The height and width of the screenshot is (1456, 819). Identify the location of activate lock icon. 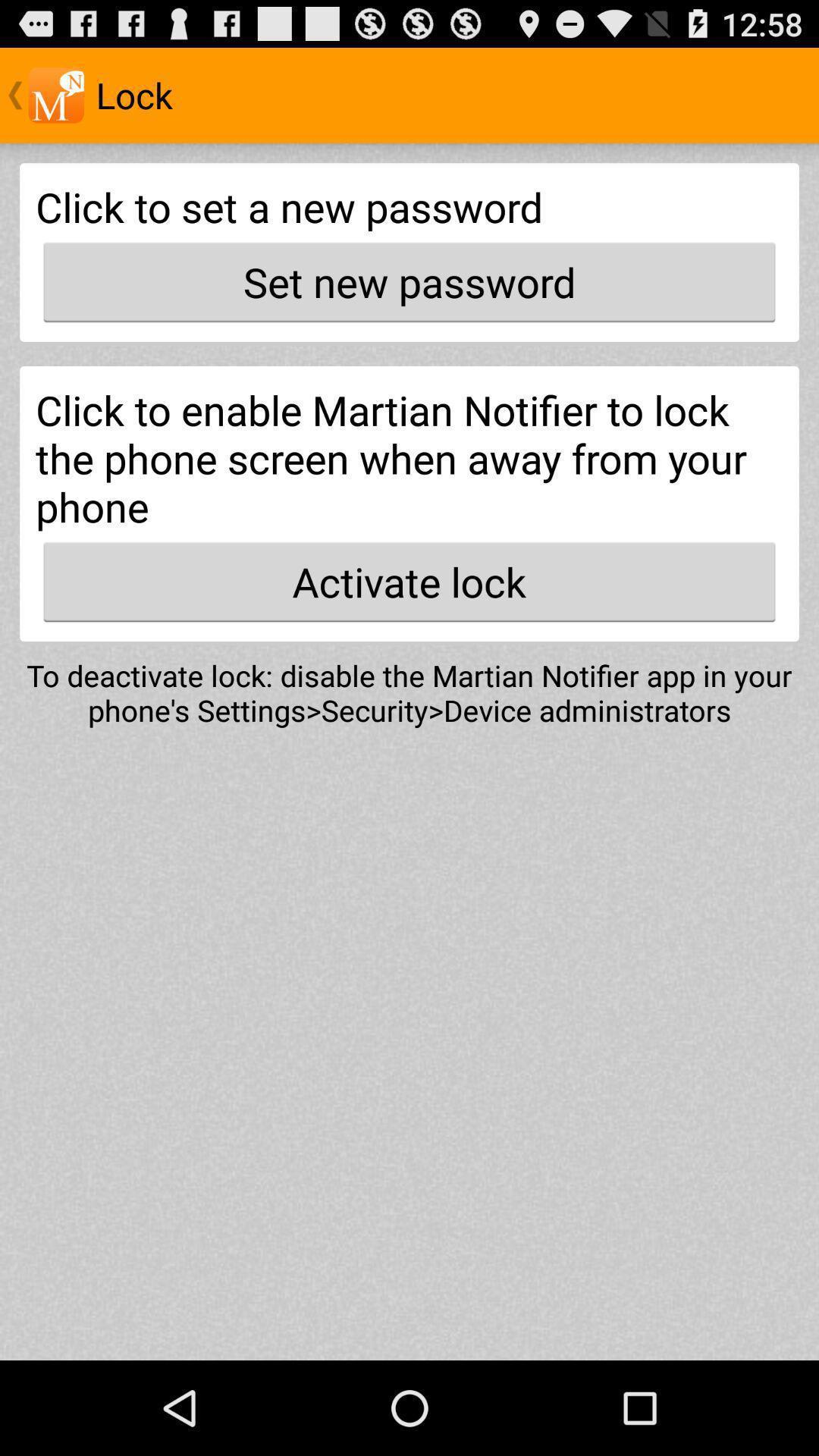
(409, 581).